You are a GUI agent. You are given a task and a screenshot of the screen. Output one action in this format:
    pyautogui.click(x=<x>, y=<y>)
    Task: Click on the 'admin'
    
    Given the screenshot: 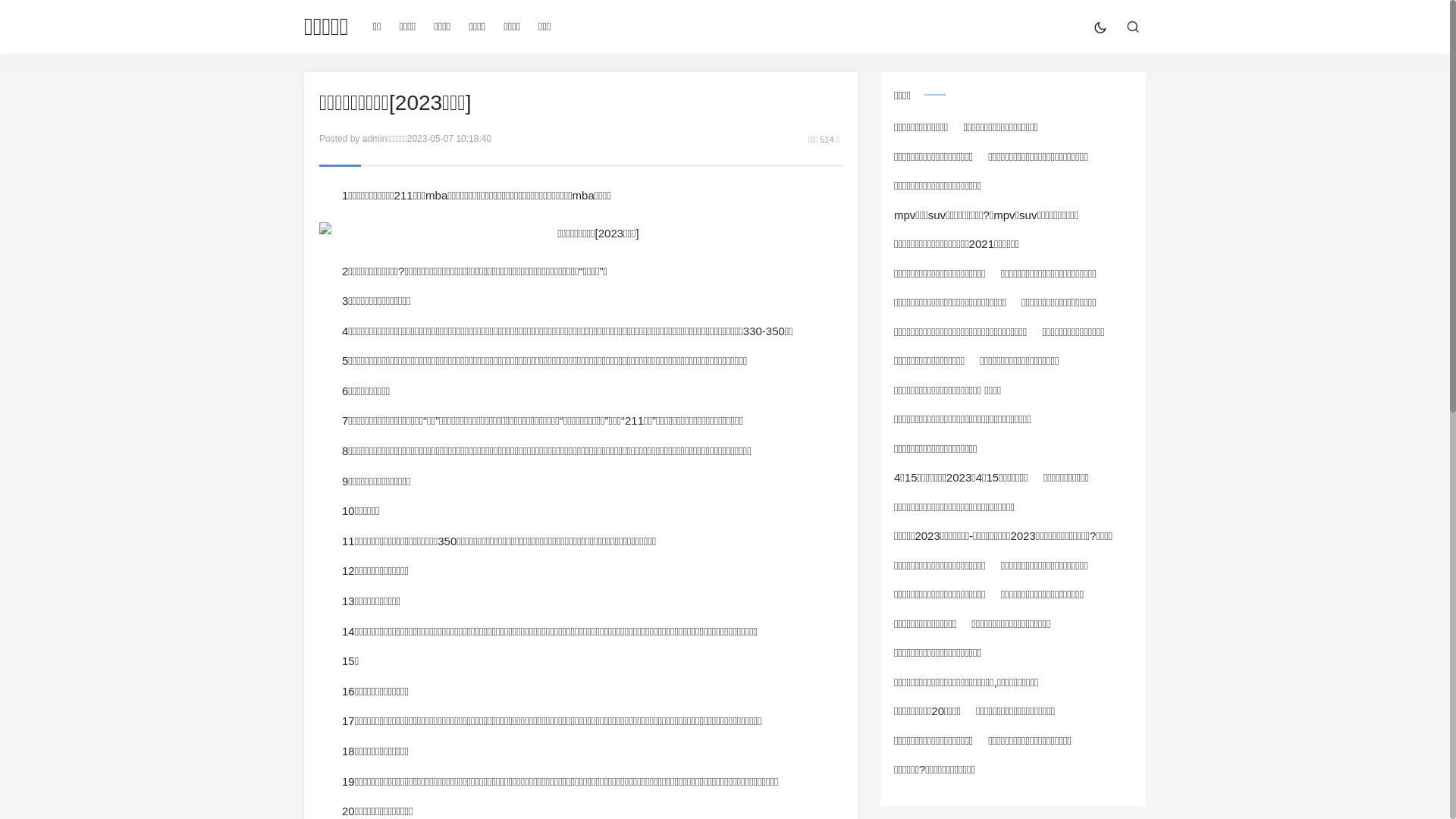 What is the action you would take?
    pyautogui.click(x=362, y=138)
    